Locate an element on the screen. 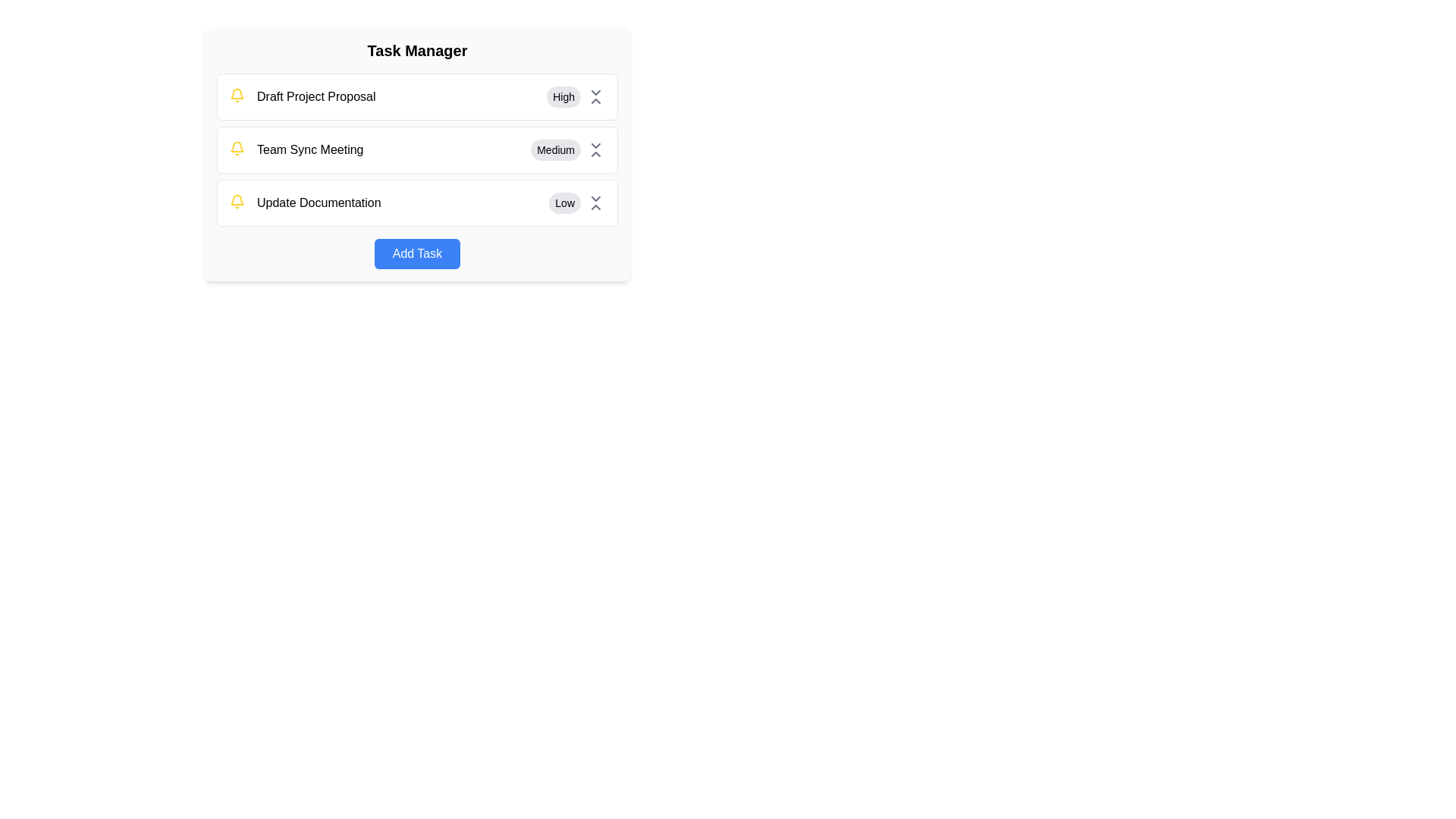 This screenshot has height=819, width=1456. the text label 'Update Documentation' which is part of a list of tasks and is positioned between 'Team Sync Meeting' and 'Add Task' button is located at coordinates (318, 202).